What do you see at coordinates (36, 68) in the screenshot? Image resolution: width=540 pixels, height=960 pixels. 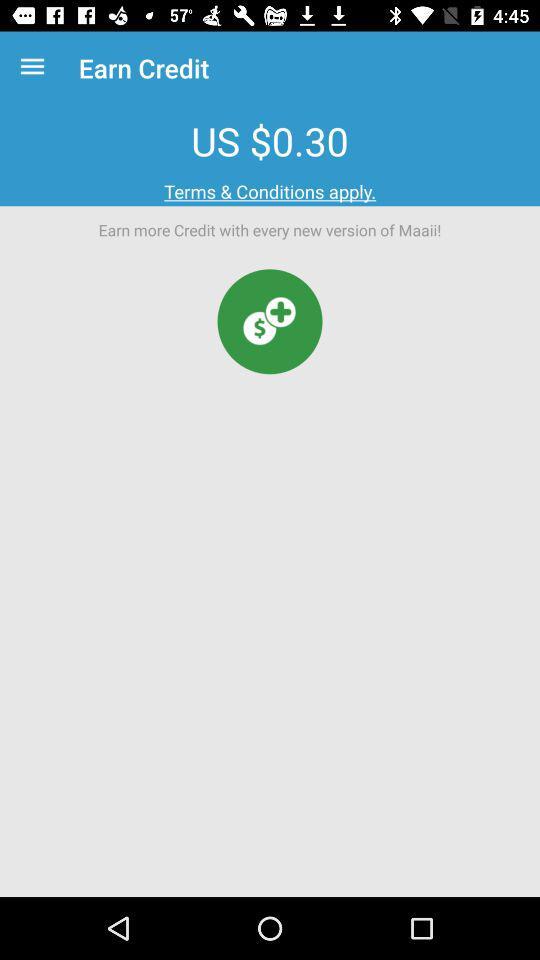 I see `the icon above the us $0.30 icon` at bounding box center [36, 68].